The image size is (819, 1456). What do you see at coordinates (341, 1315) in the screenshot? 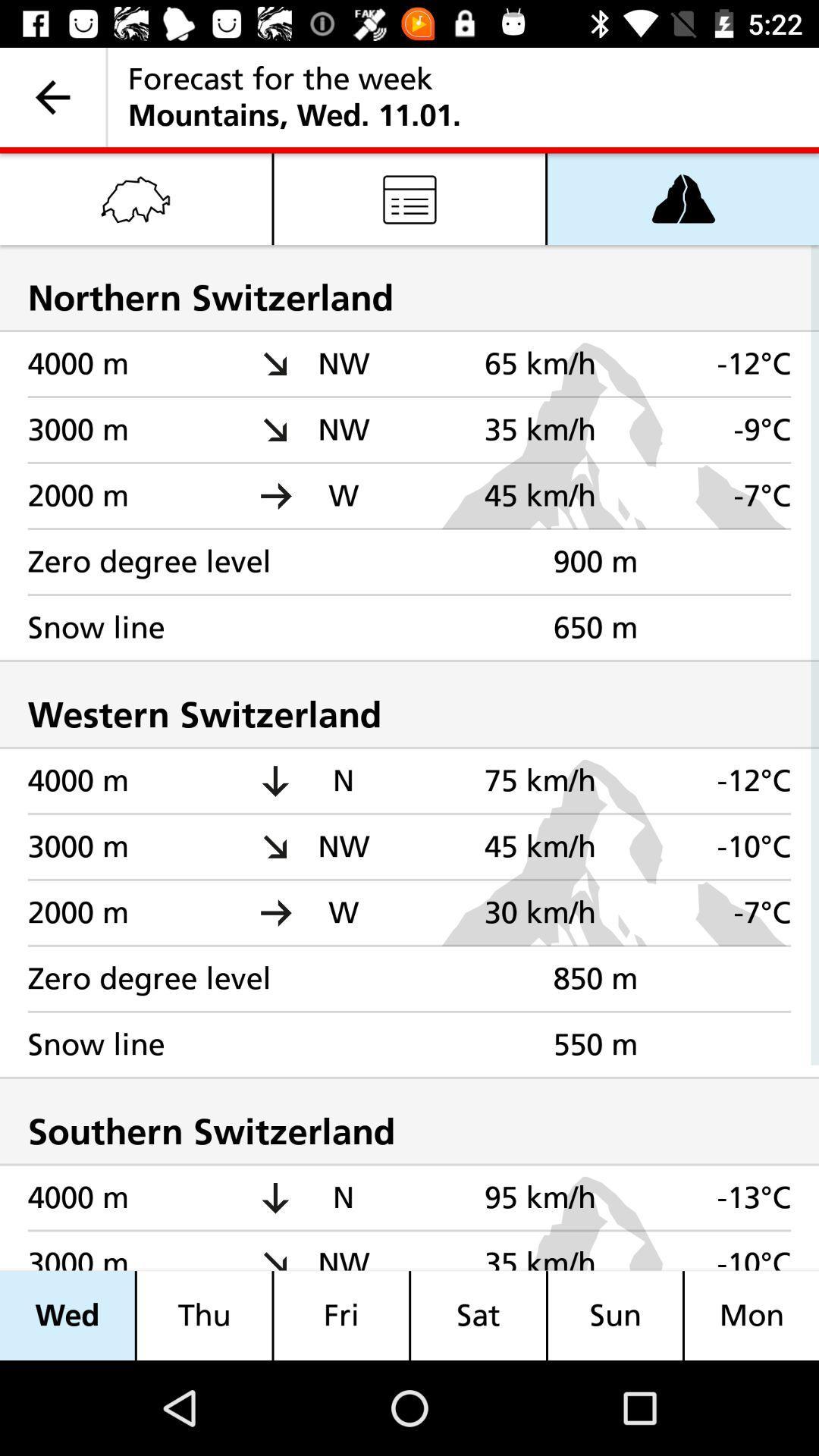
I see `the item next to the thu` at bounding box center [341, 1315].